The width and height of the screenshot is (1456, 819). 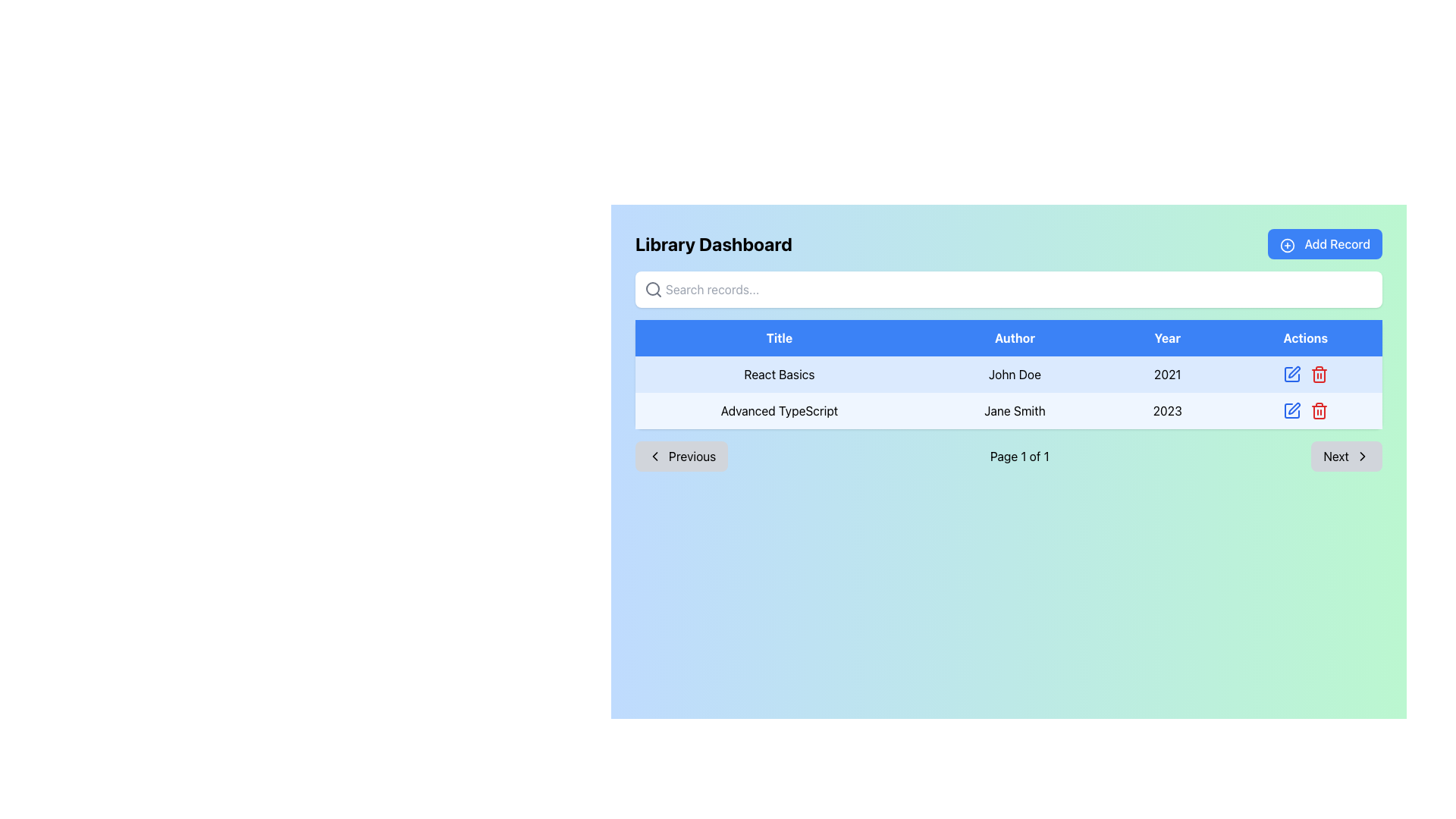 I want to click on headers of the data table located at the top of the table with four equally divided sections, so click(x=1009, y=337).